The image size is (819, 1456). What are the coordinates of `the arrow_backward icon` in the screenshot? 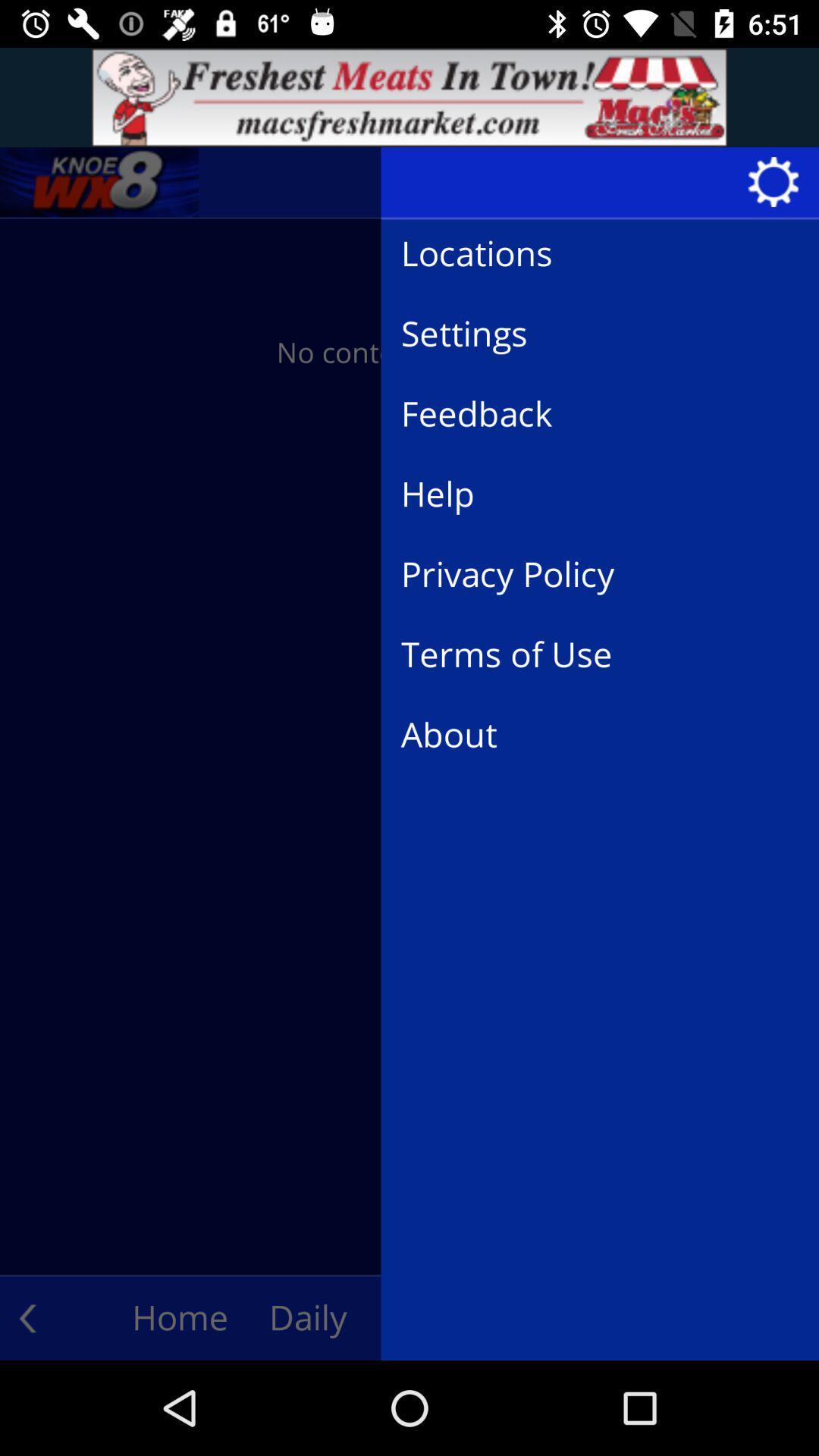 It's located at (27, 1317).